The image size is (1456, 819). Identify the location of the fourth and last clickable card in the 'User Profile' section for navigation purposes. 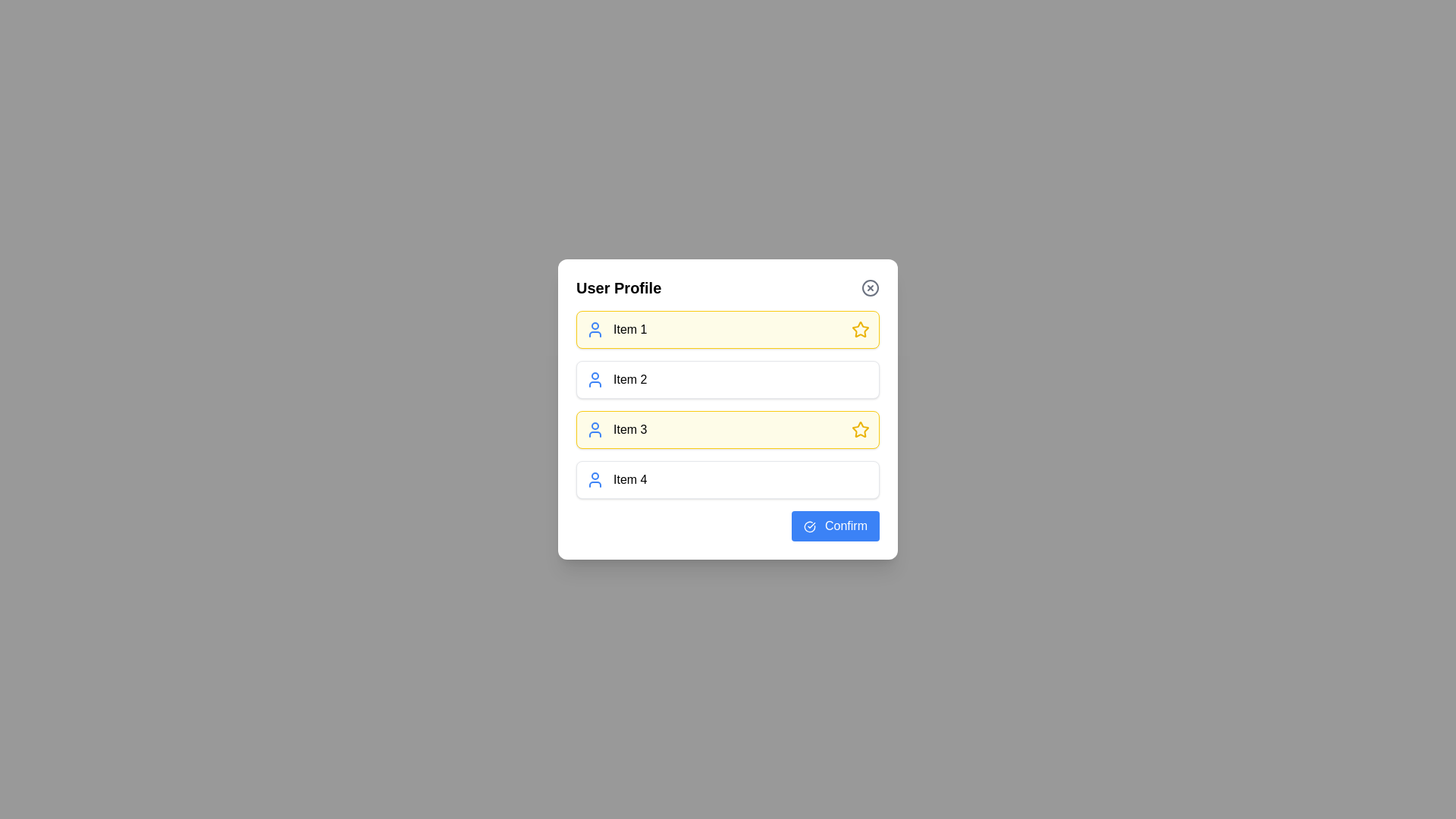
(728, 479).